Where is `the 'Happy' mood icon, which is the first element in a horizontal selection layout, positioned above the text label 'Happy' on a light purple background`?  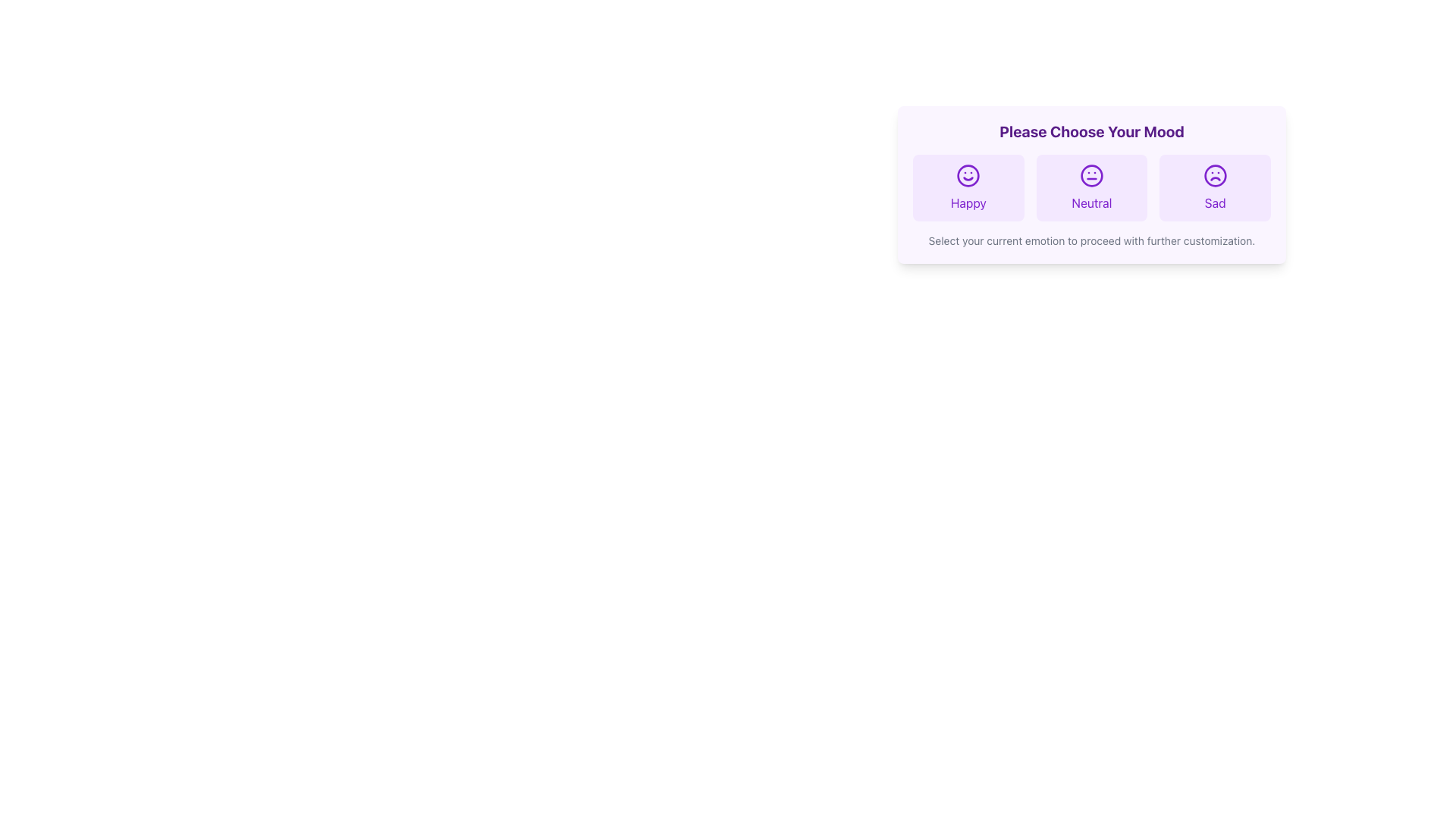
the 'Happy' mood icon, which is the first element in a horizontal selection layout, positioned above the text label 'Happy' on a light purple background is located at coordinates (968, 174).